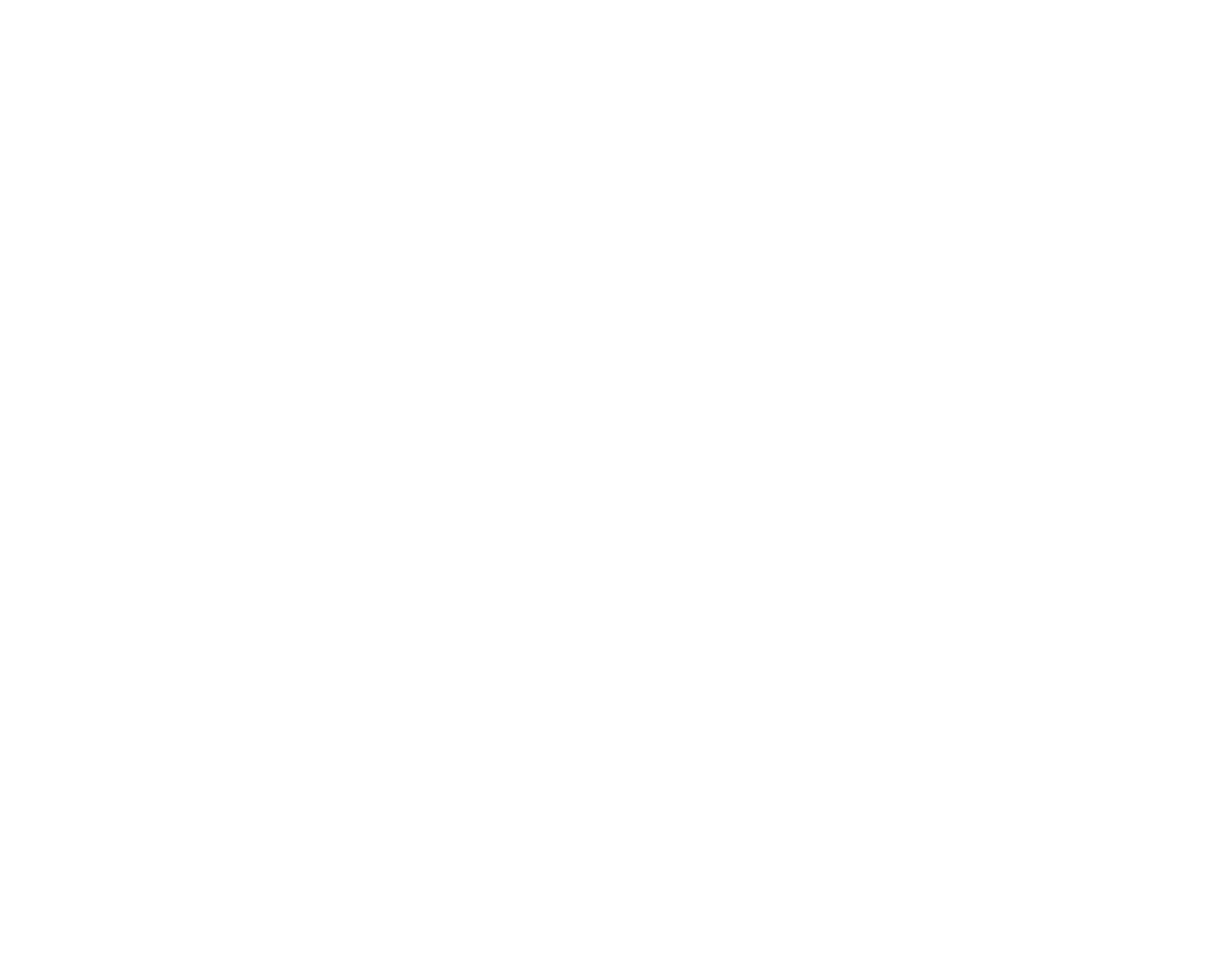 The height and width of the screenshot is (980, 1224). What do you see at coordinates (630, 324) in the screenshot?
I see `'pressure testing'` at bounding box center [630, 324].